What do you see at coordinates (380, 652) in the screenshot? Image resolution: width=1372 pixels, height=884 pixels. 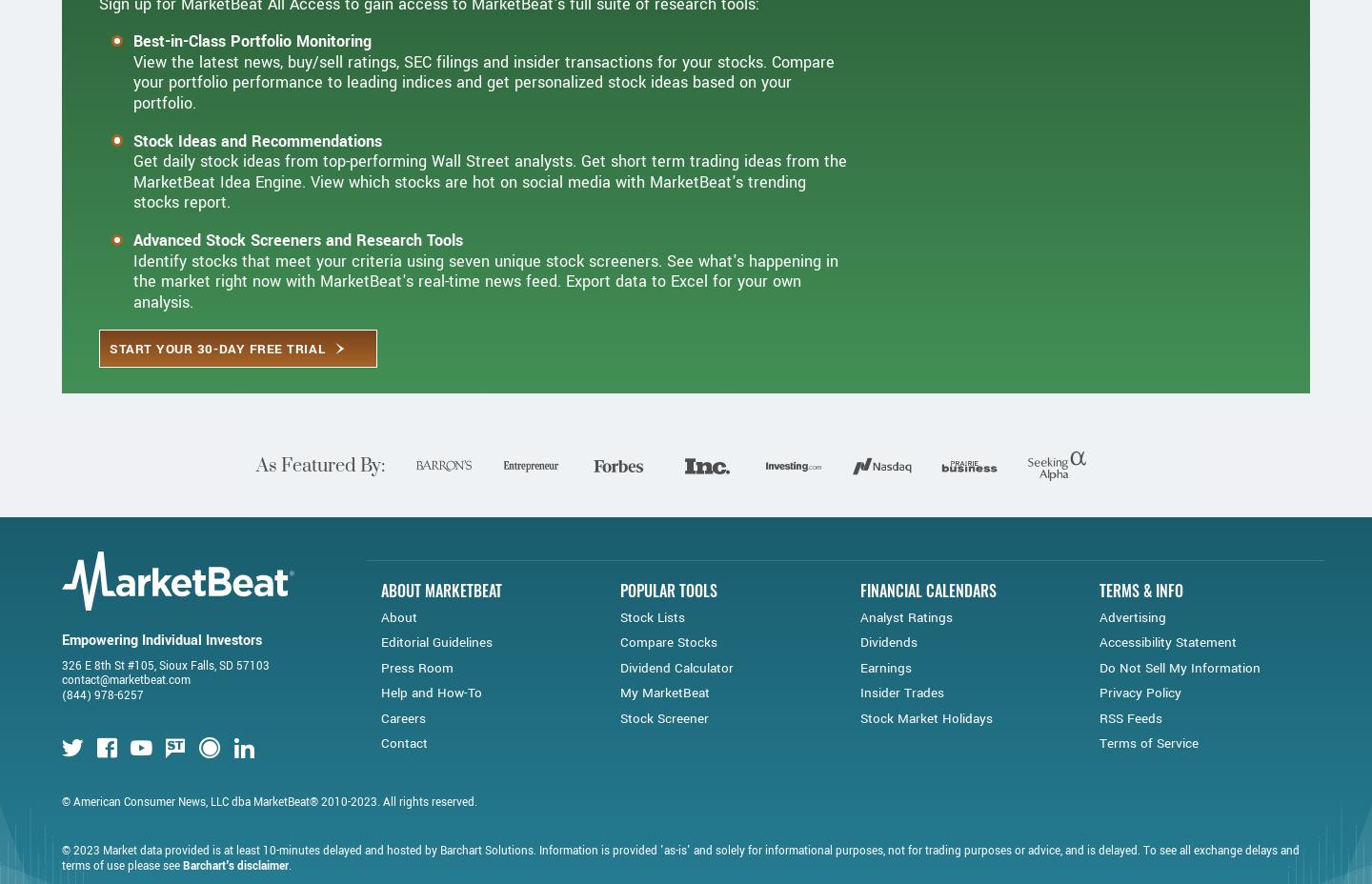 I see `'About MarketBeat'` at bounding box center [380, 652].